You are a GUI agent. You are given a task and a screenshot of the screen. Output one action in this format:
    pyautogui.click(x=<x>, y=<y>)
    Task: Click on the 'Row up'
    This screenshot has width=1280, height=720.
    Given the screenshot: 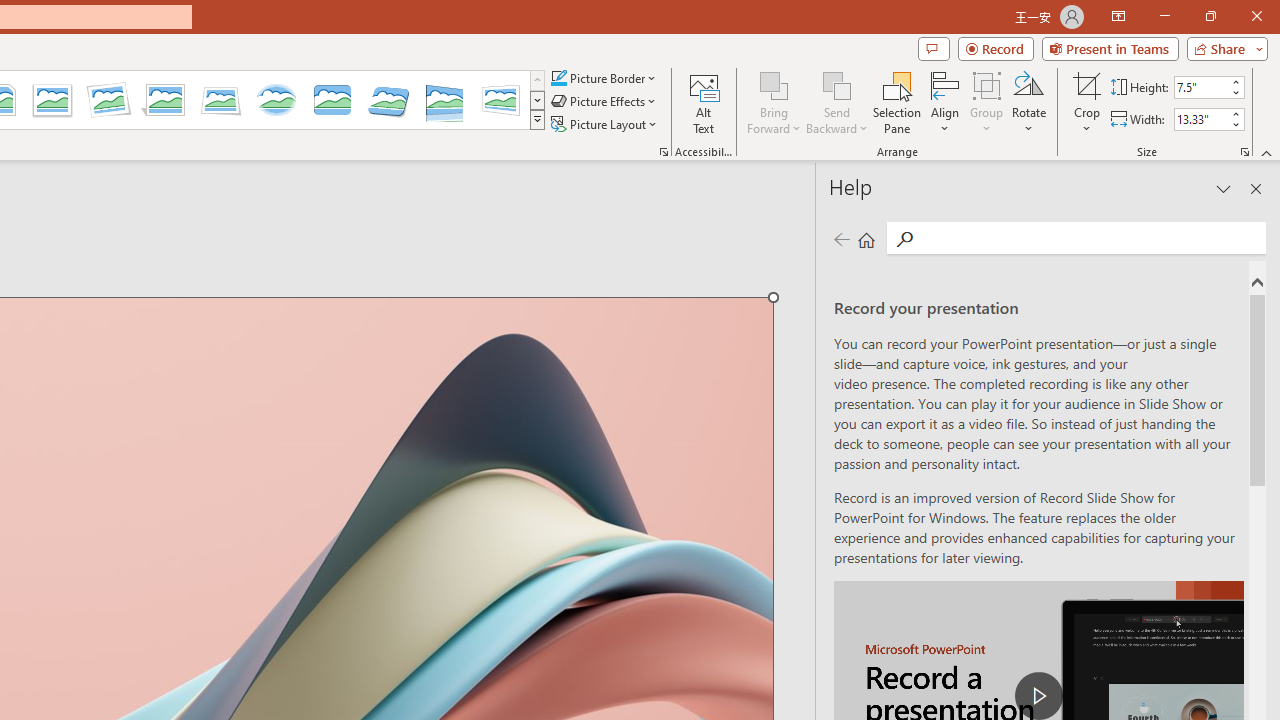 What is the action you would take?
    pyautogui.click(x=537, y=79)
    